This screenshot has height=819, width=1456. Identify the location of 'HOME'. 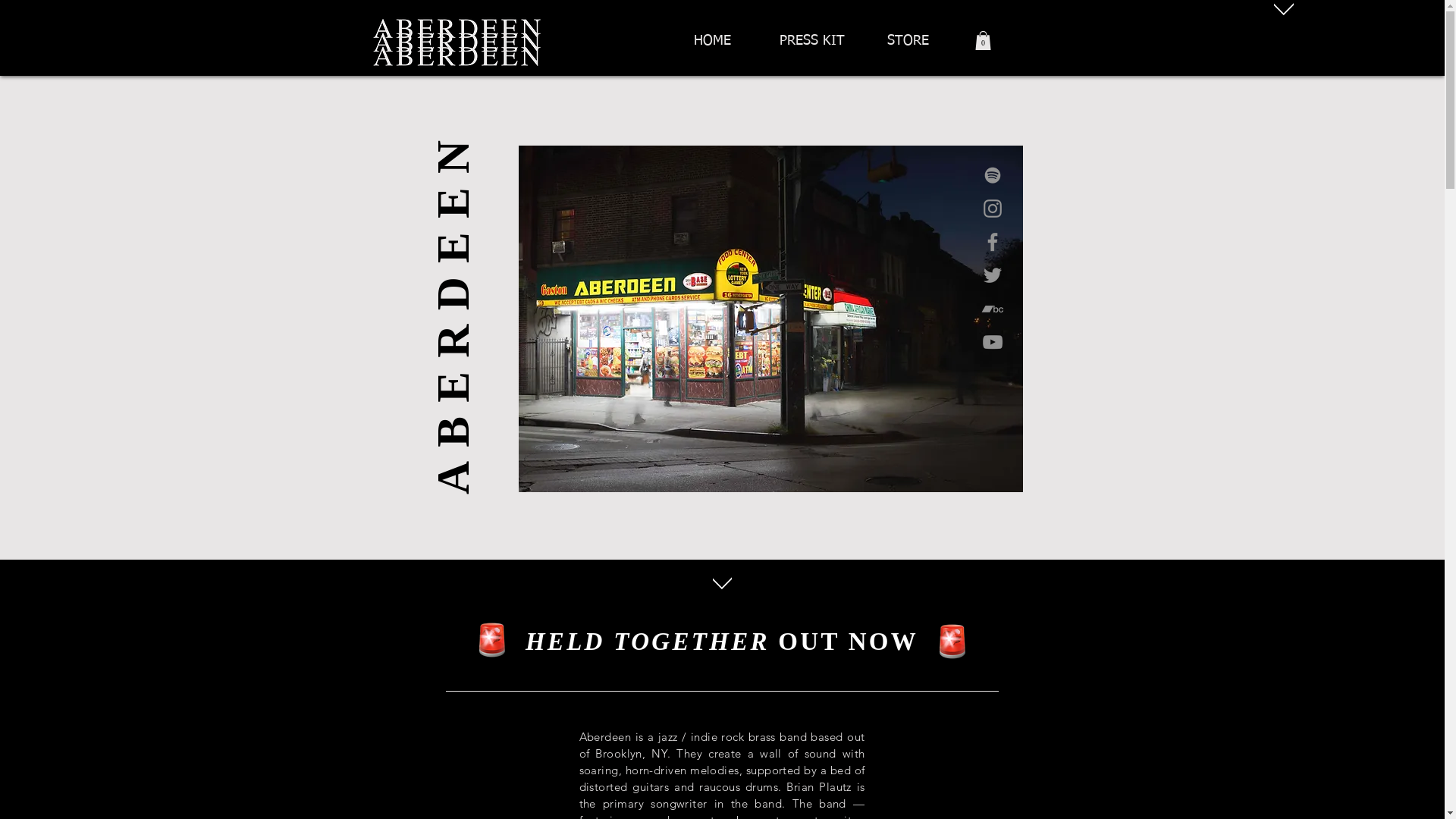
(712, 40).